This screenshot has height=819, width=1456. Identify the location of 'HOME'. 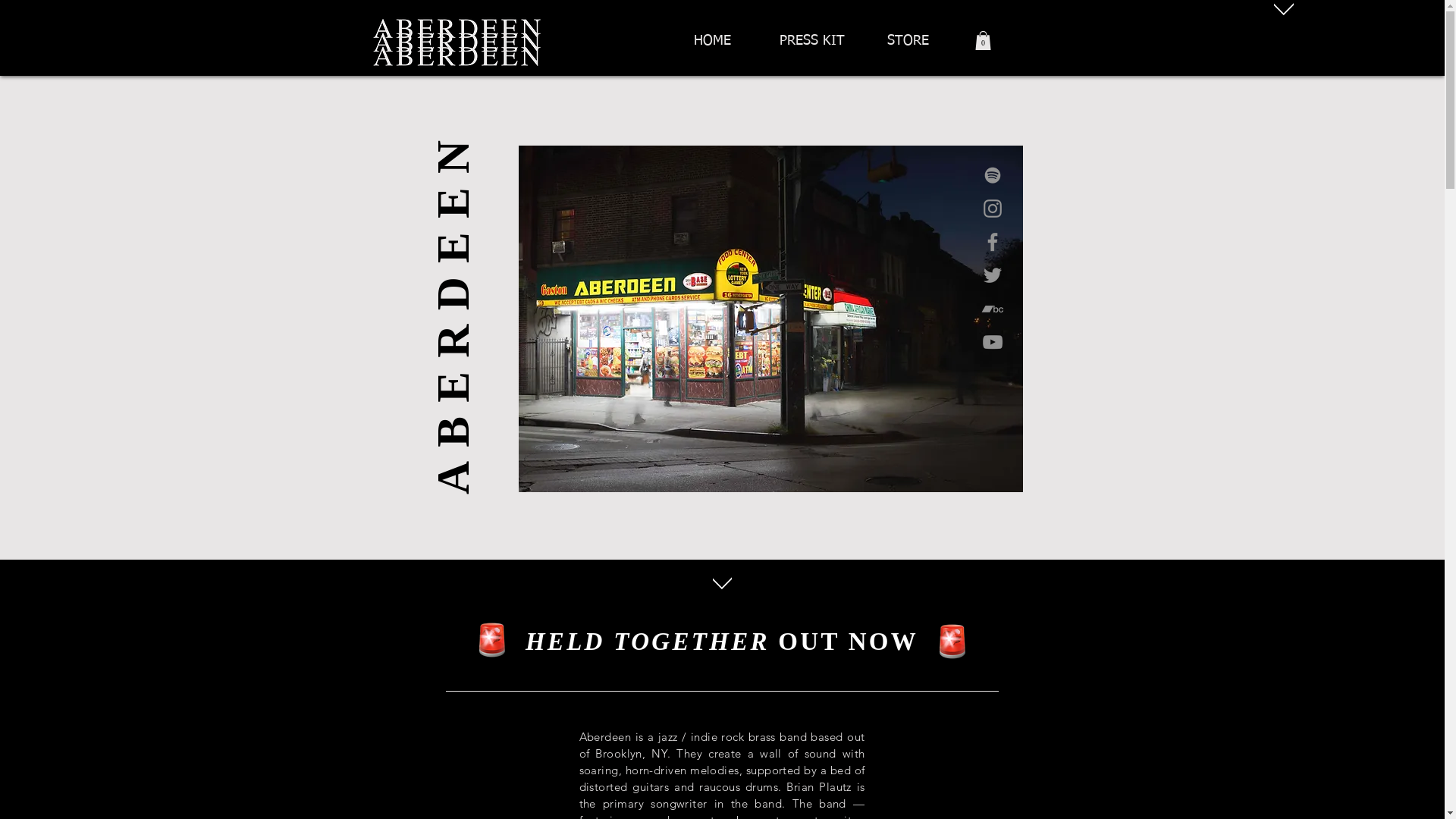
(712, 40).